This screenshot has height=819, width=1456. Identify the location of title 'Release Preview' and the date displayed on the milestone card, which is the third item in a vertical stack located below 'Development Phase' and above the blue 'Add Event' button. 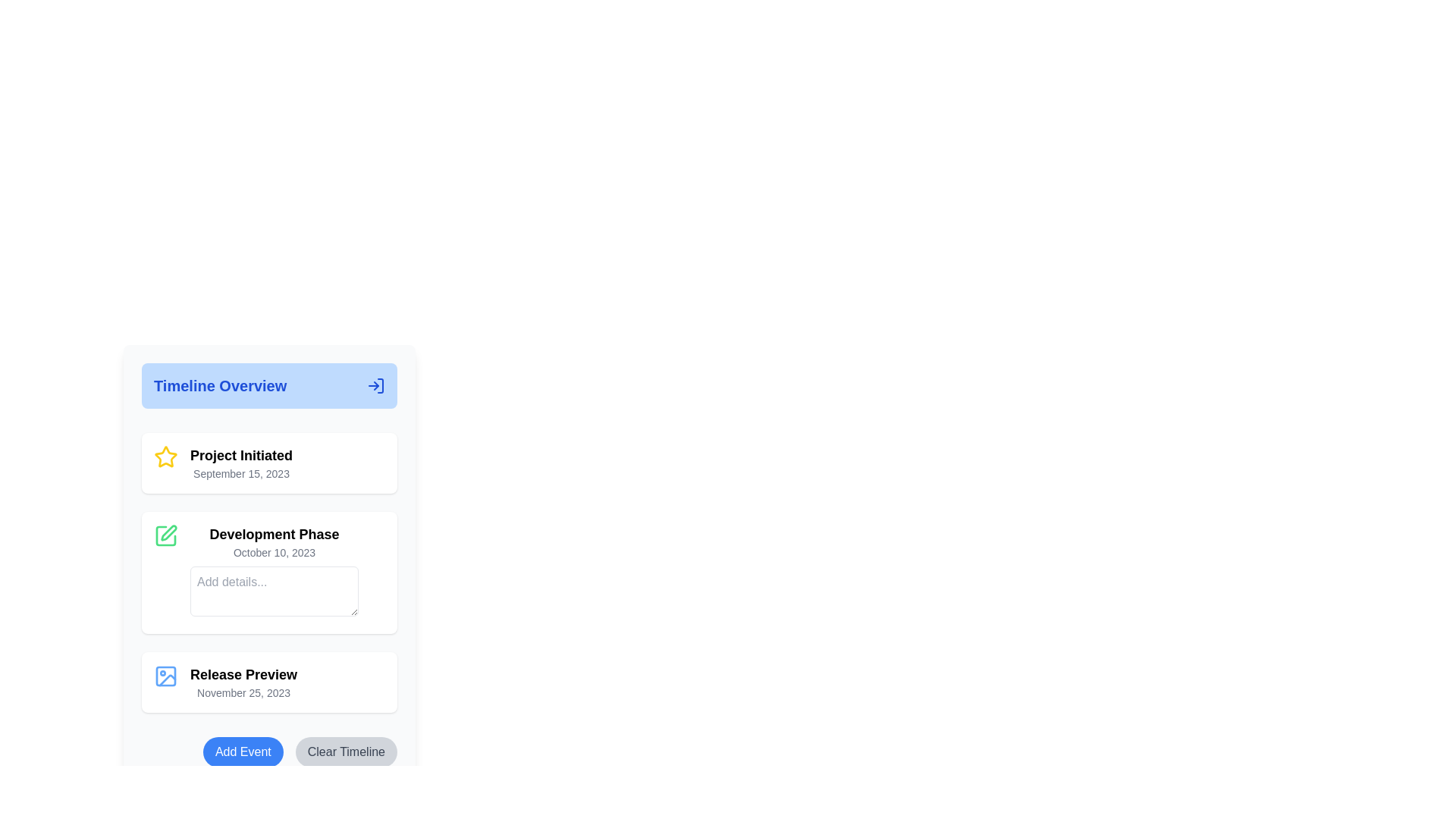
(269, 681).